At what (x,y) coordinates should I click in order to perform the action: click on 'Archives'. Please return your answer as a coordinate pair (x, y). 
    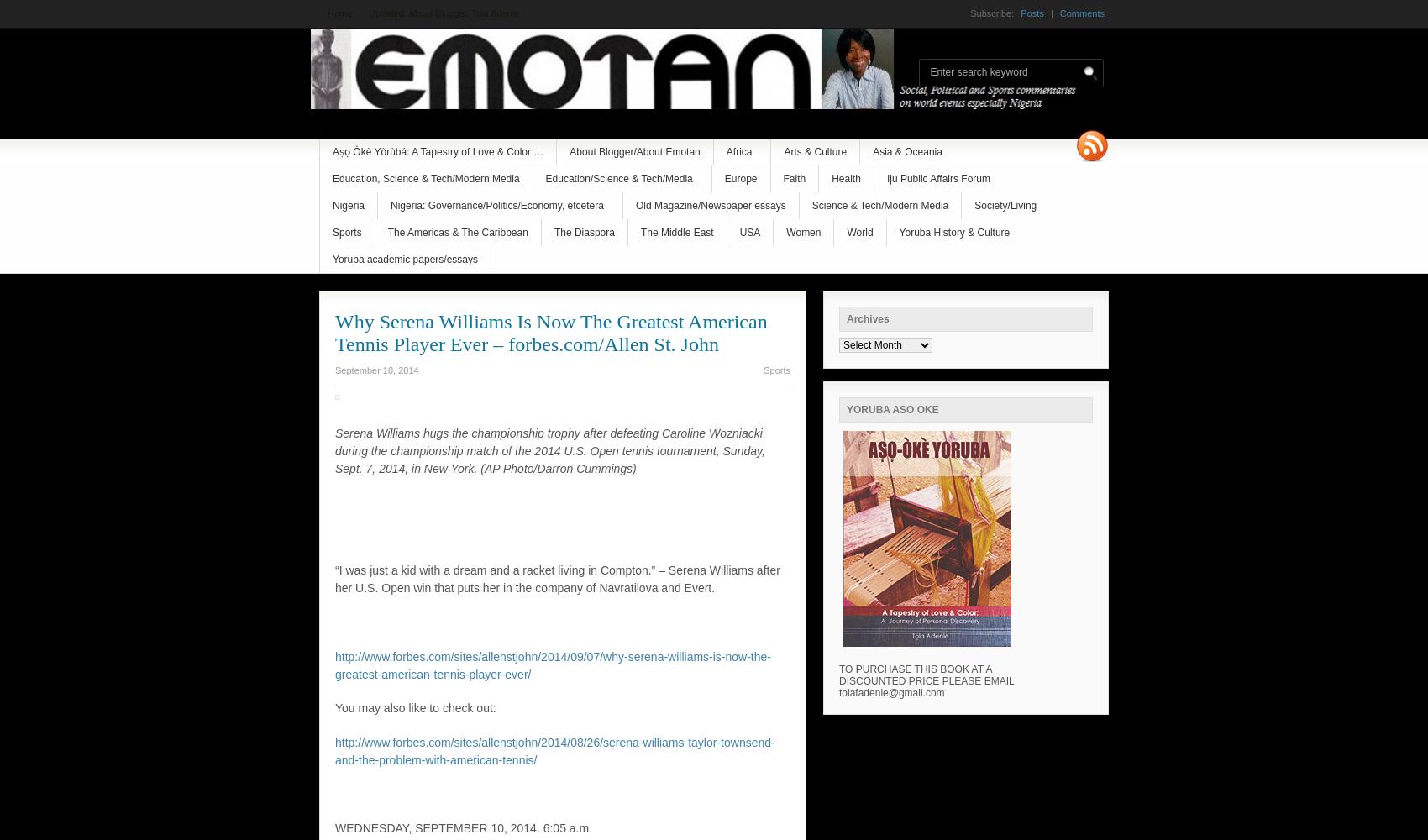
    Looking at the image, I should click on (866, 319).